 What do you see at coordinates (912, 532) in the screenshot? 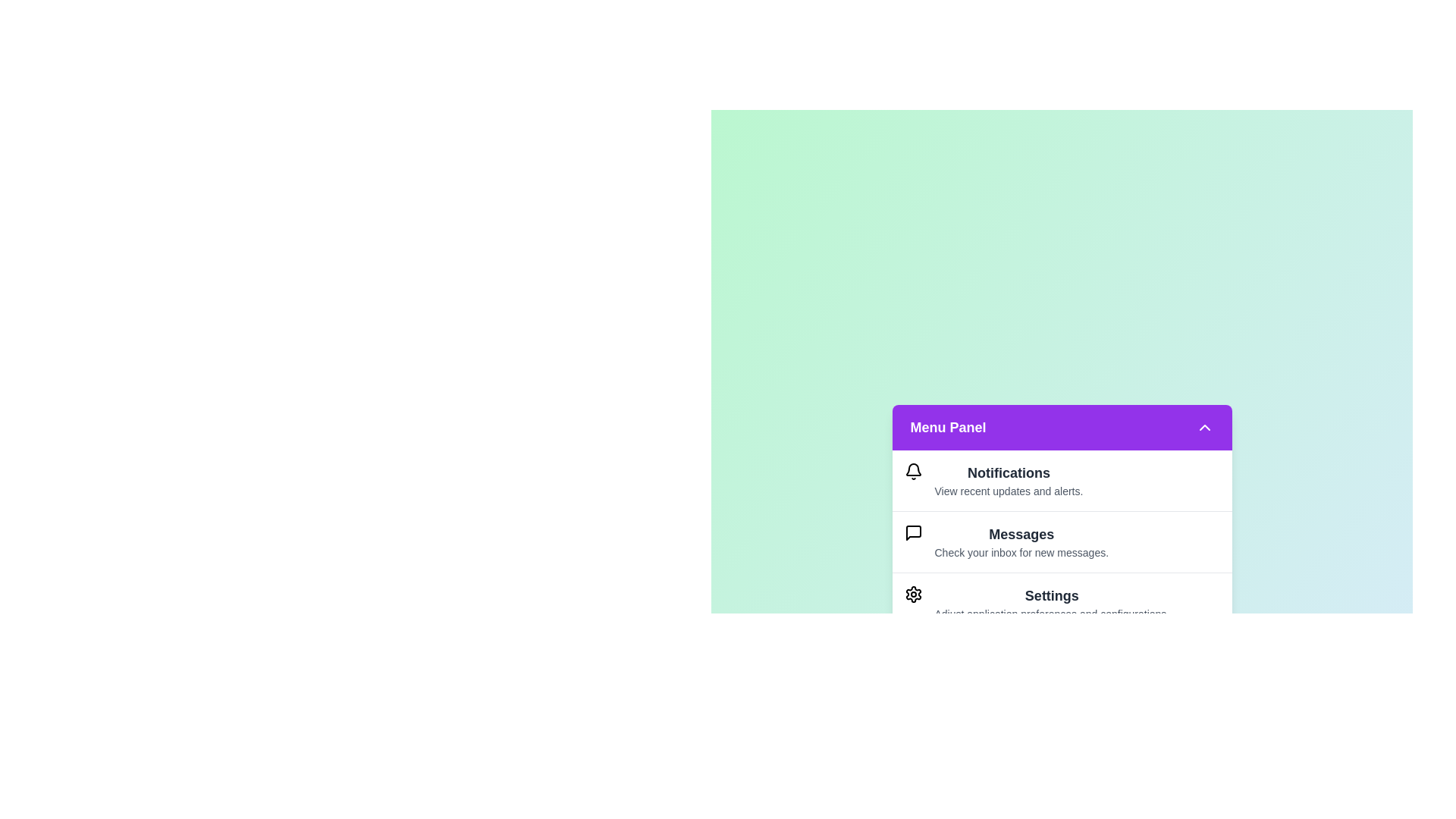
I see `the icon of the menu item Messages` at bounding box center [912, 532].